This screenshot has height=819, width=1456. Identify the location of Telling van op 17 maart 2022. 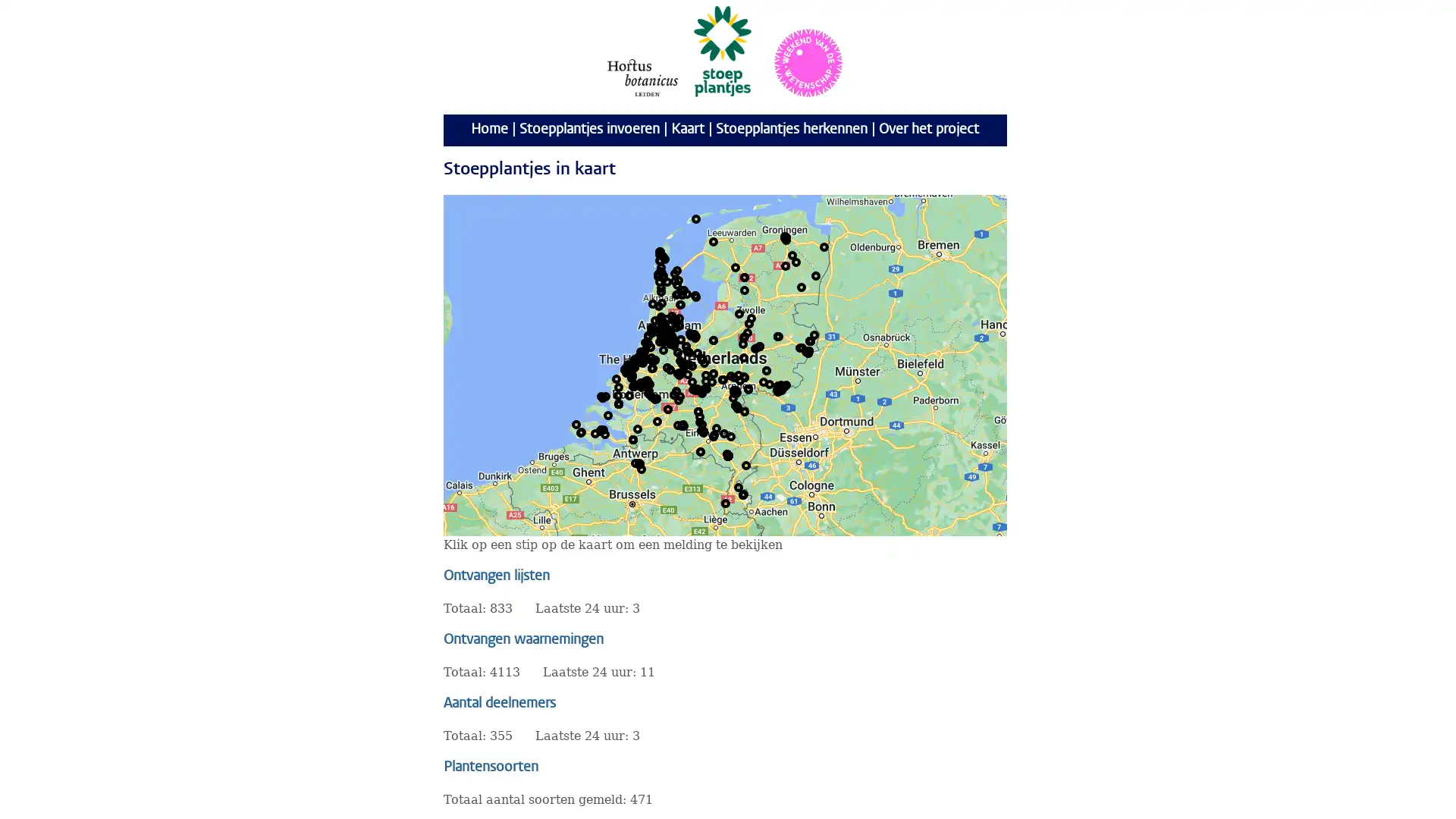
(658, 274).